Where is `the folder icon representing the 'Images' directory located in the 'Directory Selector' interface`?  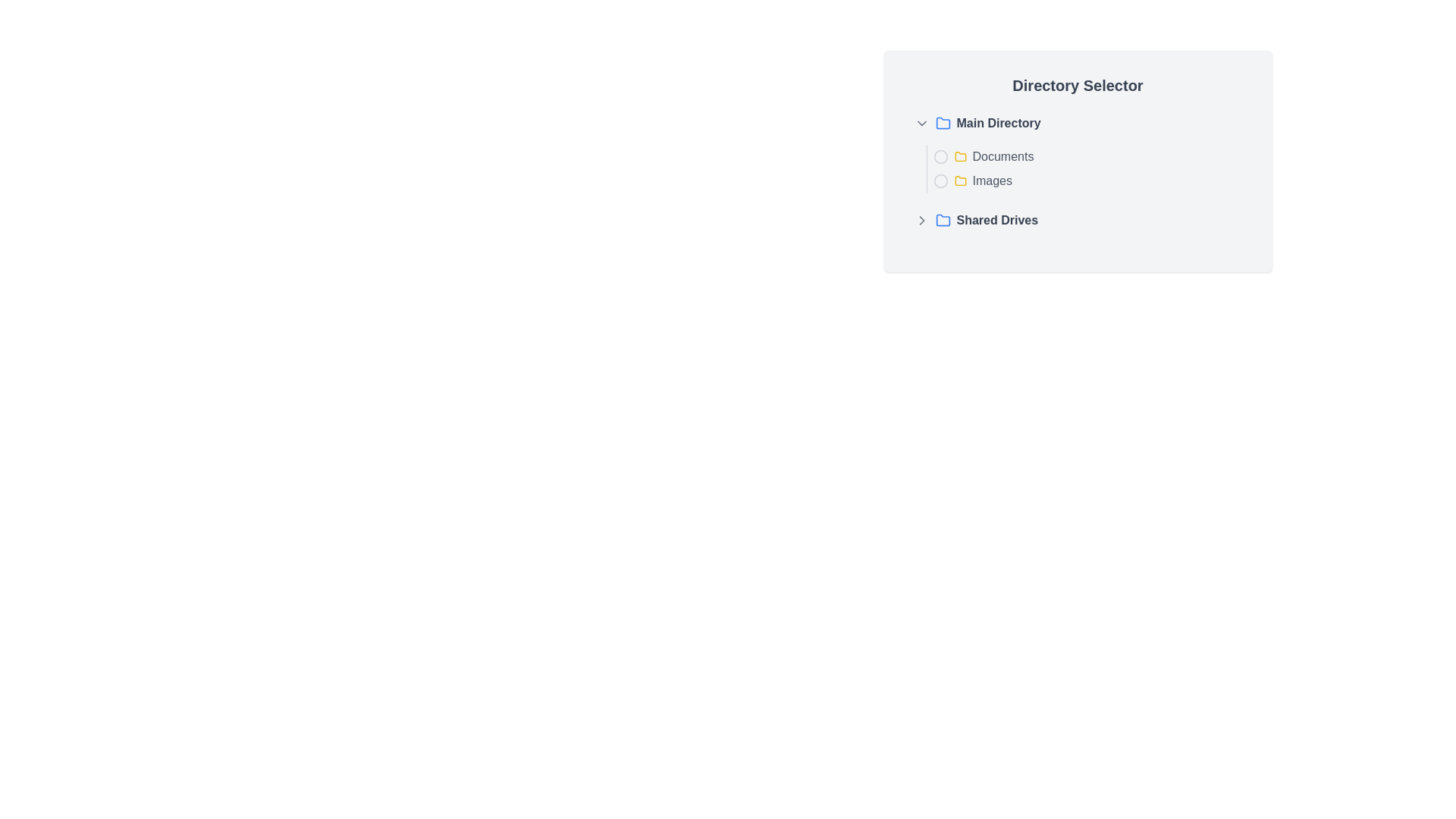 the folder icon representing the 'Images' directory located in the 'Directory Selector' interface is located at coordinates (959, 180).